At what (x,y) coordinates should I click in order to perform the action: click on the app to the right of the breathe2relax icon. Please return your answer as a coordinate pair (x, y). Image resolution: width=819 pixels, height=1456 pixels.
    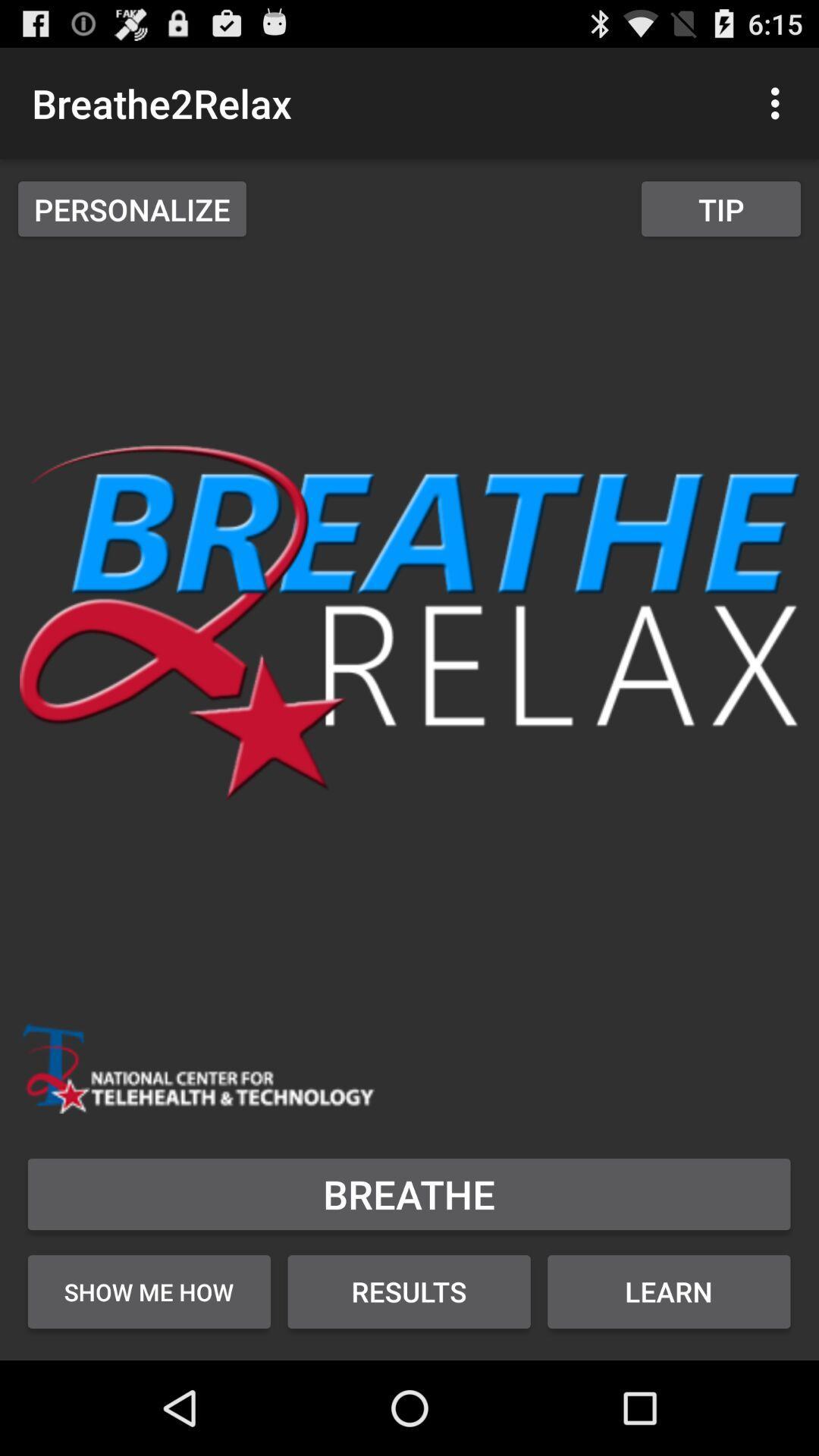
    Looking at the image, I should click on (779, 102).